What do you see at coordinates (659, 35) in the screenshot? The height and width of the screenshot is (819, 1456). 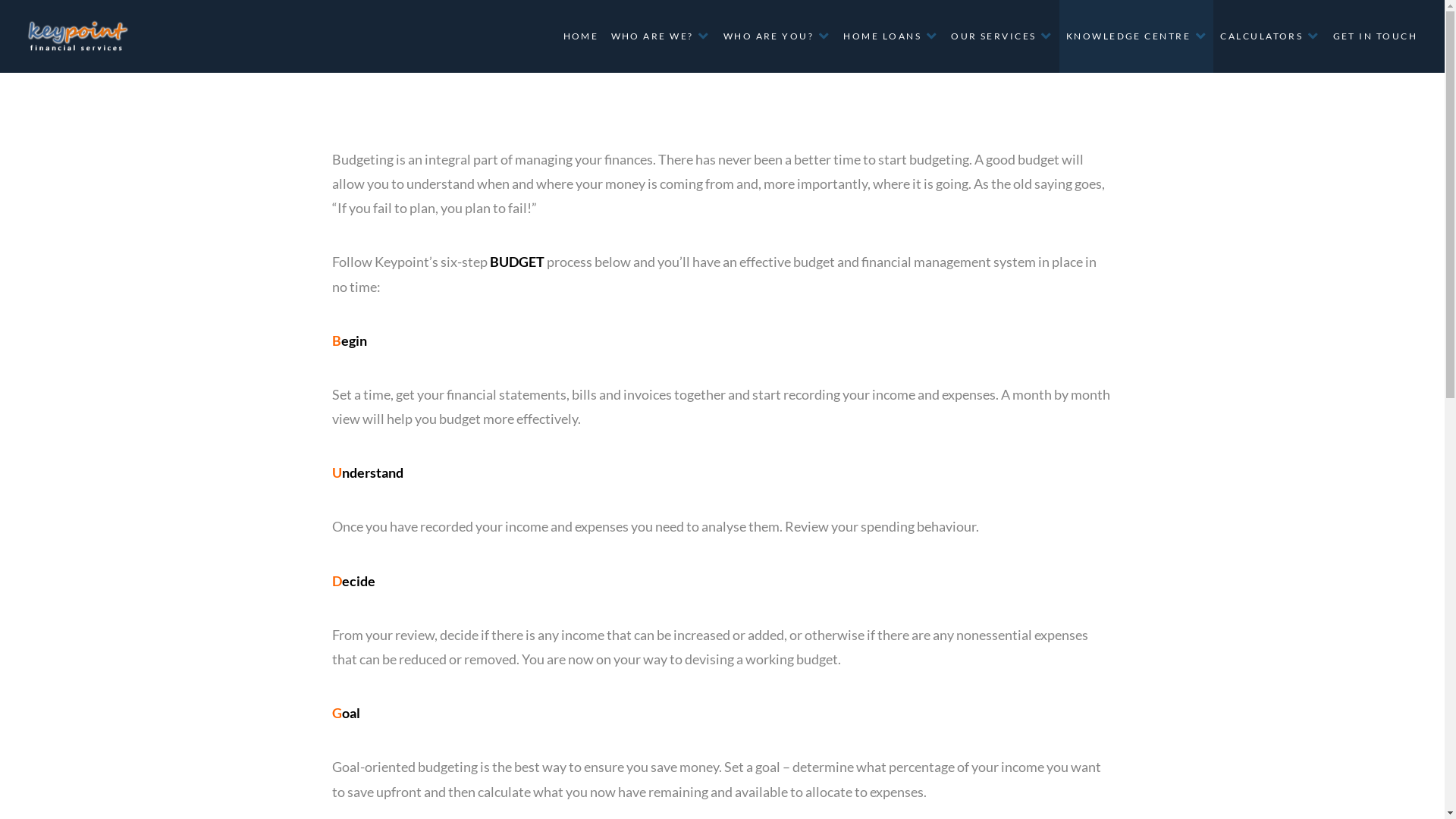 I see `'WHO ARE WE?'` at bounding box center [659, 35].